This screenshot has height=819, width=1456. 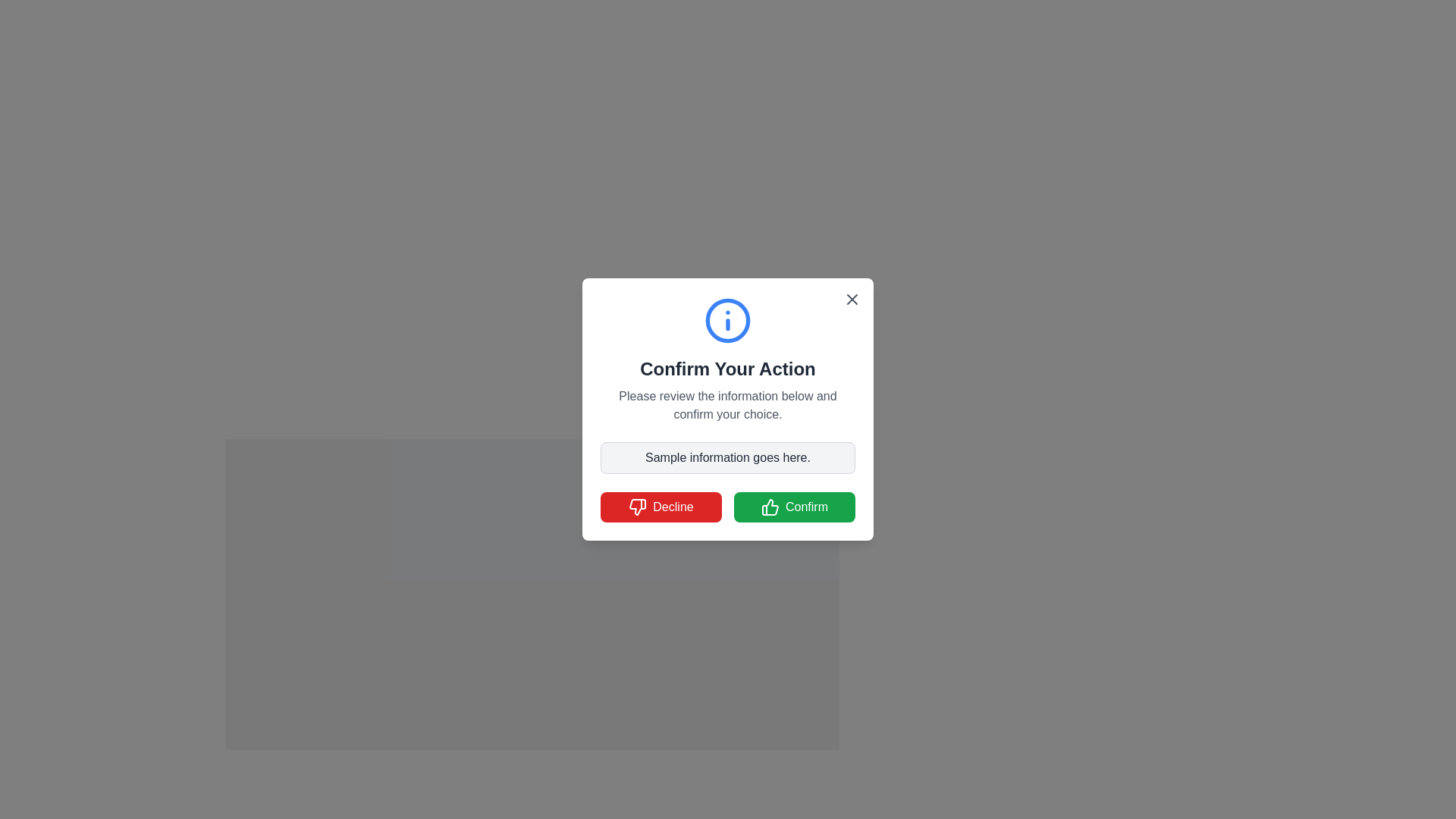 I want to click on the circular blue icon with an 'i' symbol, which is located at the top center of the confirmation dialog box, above the header text 'Confirm Your Action', so click(x=728, y=320).